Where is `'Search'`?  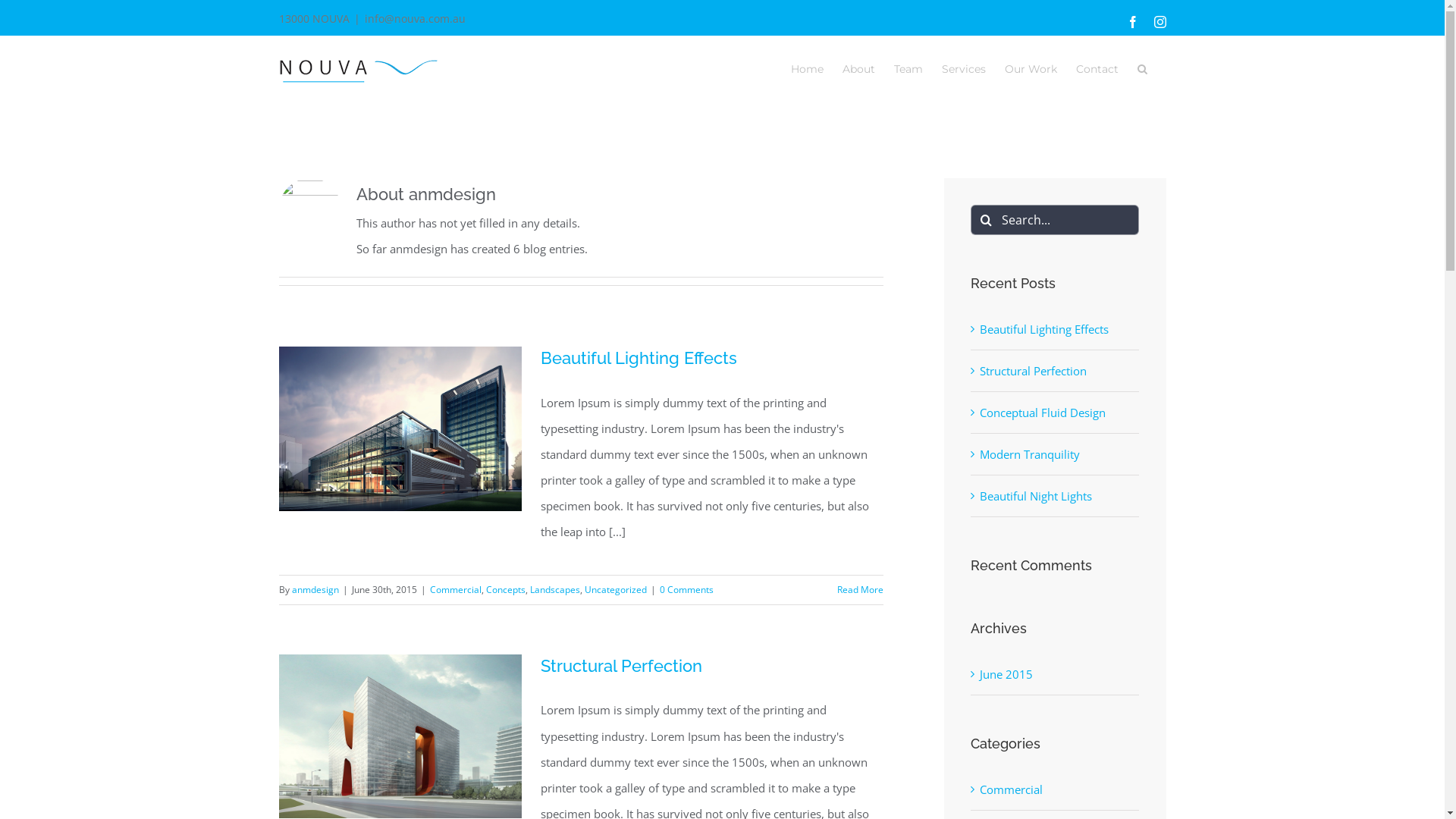
'Search' is located at coordinates (1142, 67).